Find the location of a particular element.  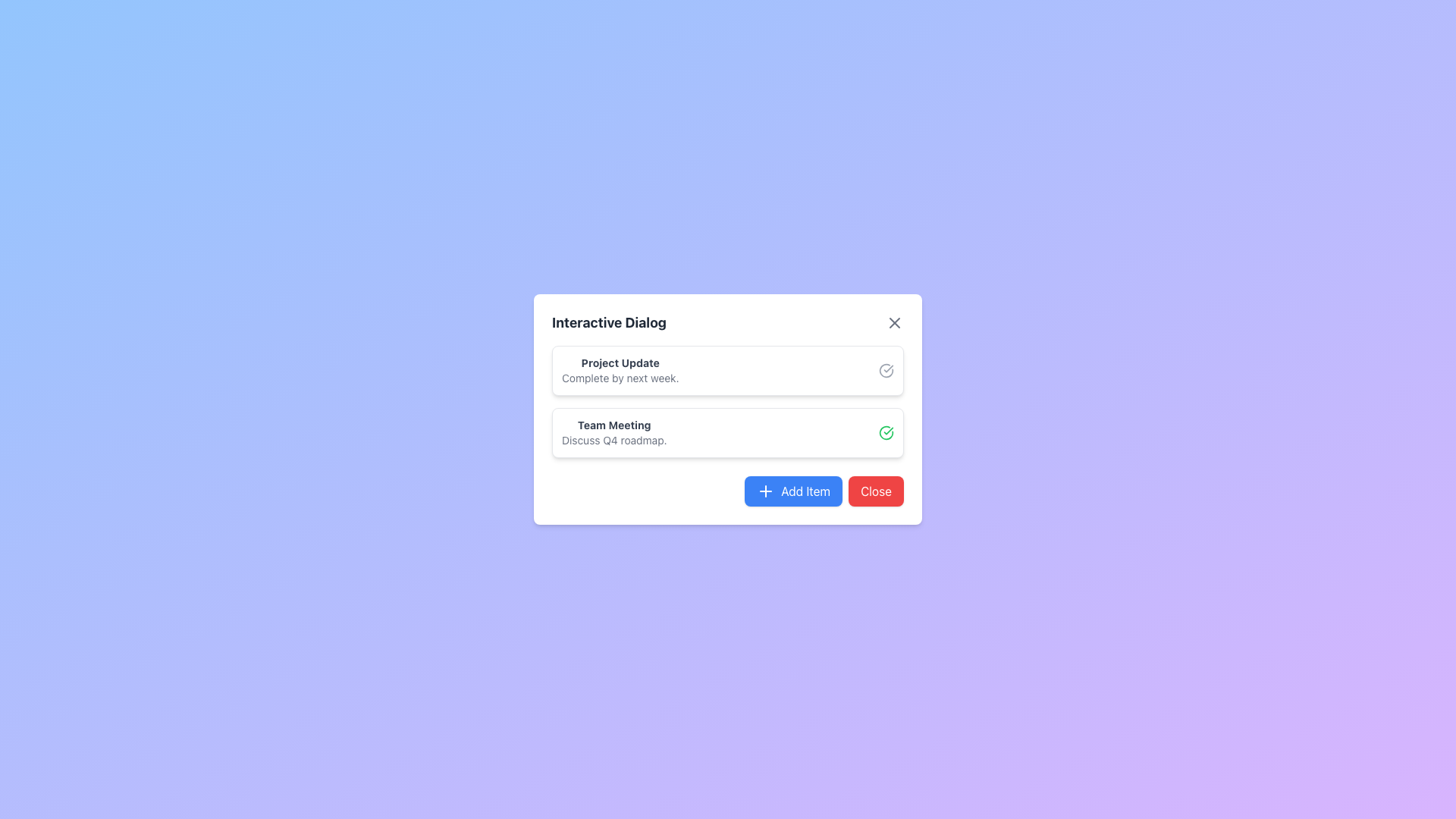

the icon located within the 'Add Item' button, positioned to the left of the text 'Add Item' is located at coordinates (766, 491).